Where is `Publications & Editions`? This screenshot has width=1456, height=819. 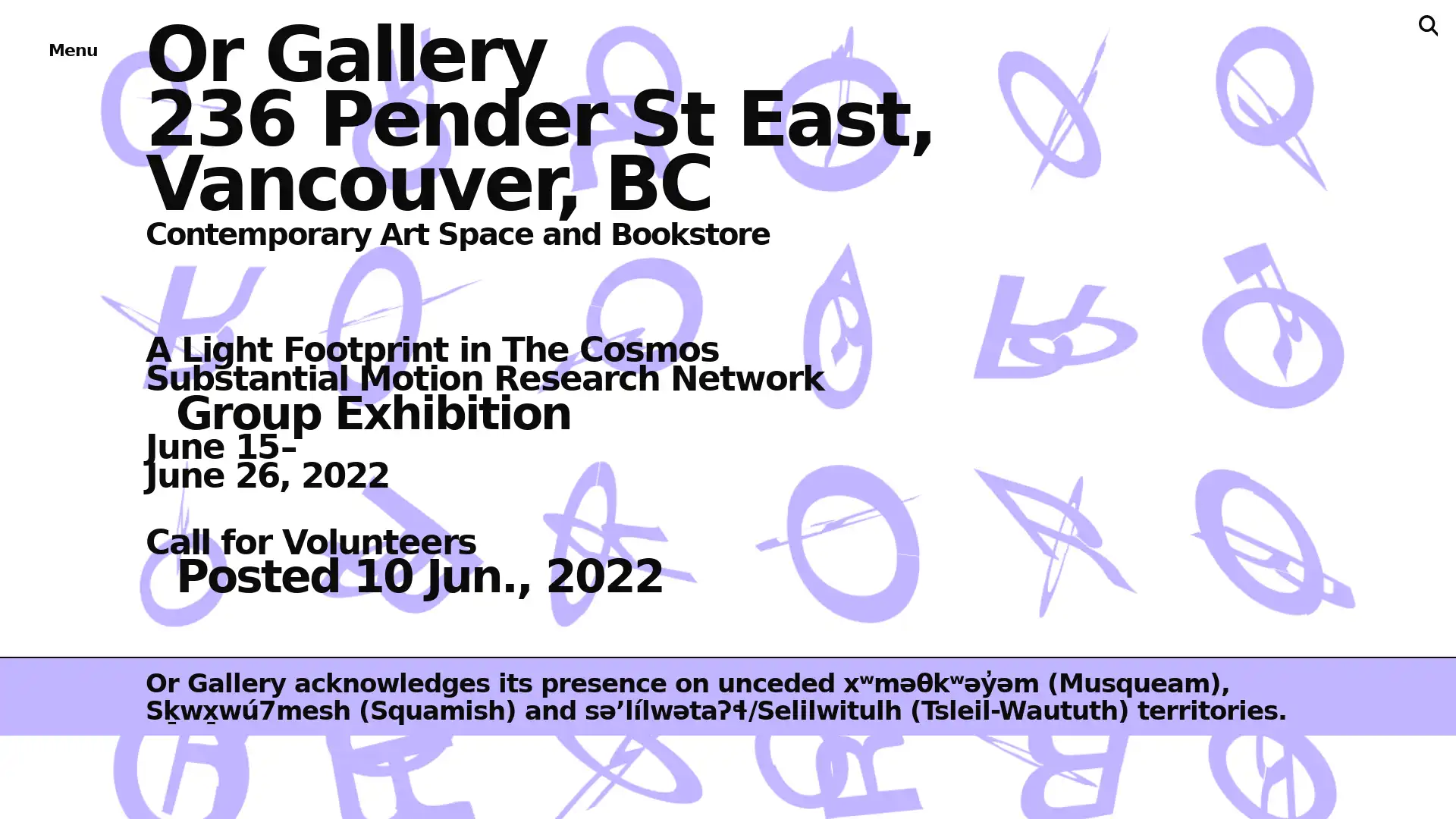
Publications & Editions is located at coordinates (329, 334).